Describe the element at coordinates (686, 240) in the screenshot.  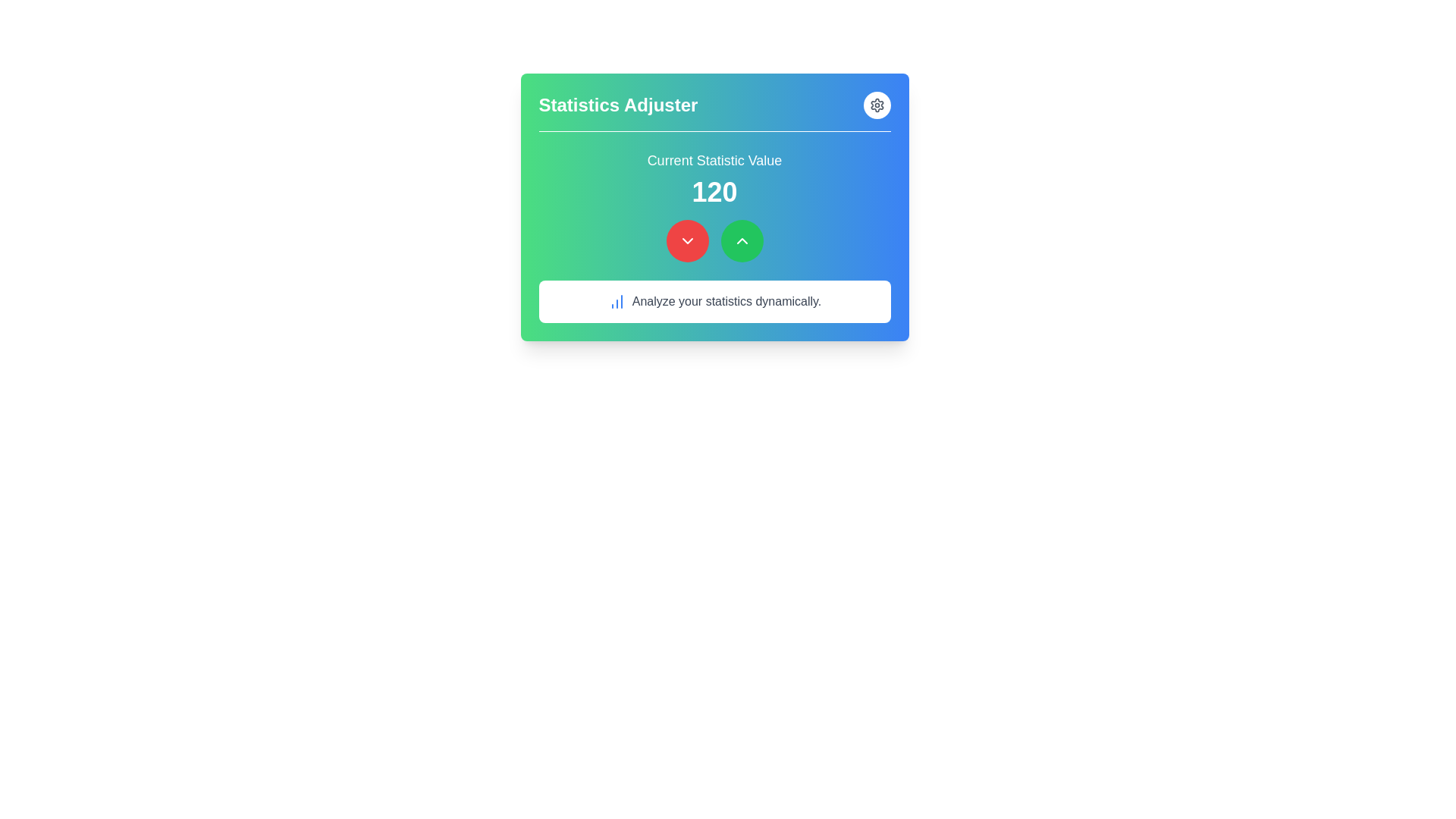
I see `the circular red button with a downward chevron icon located below the displayed value to change its color` at that location.